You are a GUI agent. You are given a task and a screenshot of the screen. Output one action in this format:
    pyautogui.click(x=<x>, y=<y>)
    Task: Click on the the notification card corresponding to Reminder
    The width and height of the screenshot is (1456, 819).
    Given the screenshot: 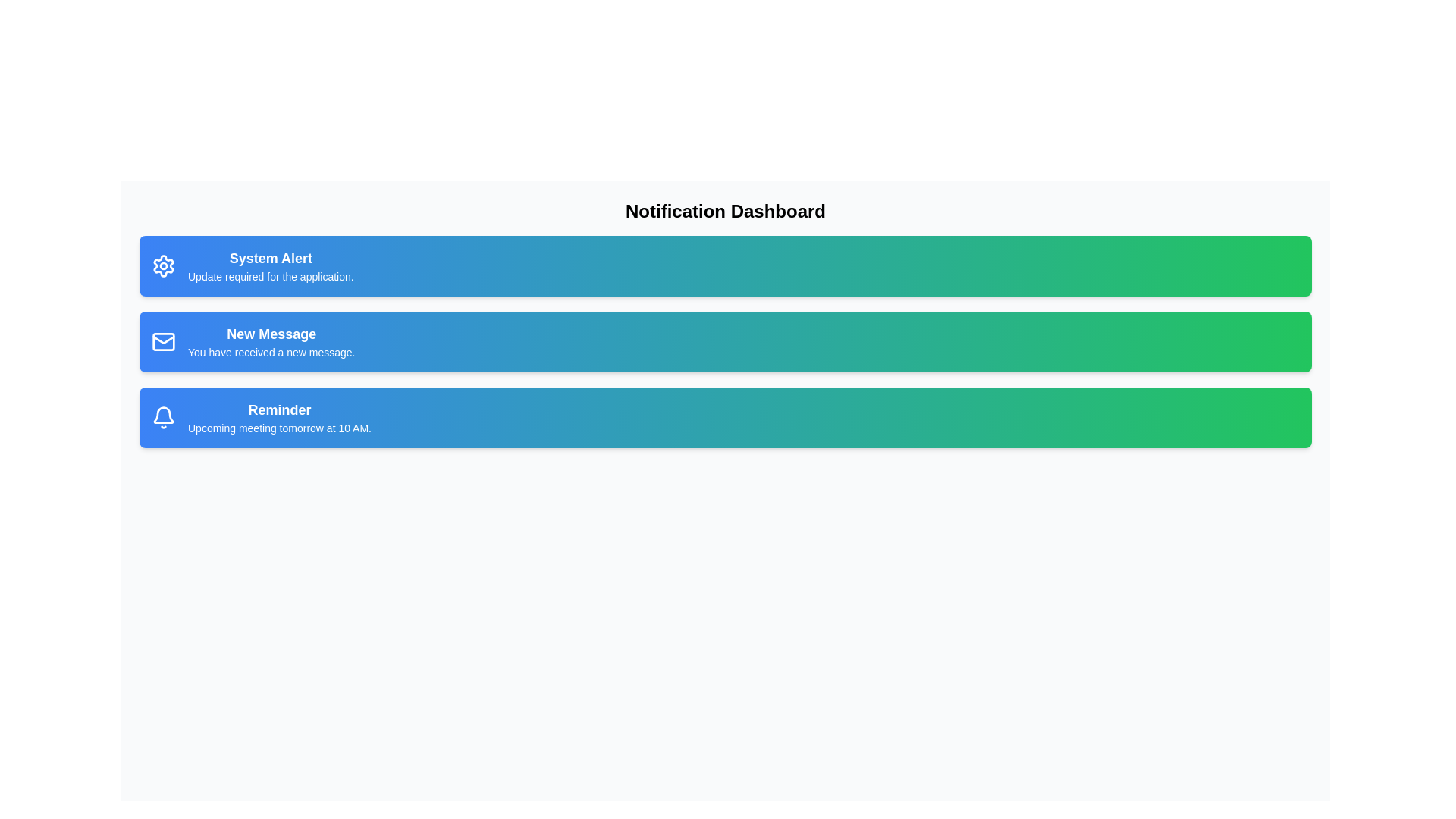 What is the action you would take?
    pyautogui.click(x=724, y=418)
    